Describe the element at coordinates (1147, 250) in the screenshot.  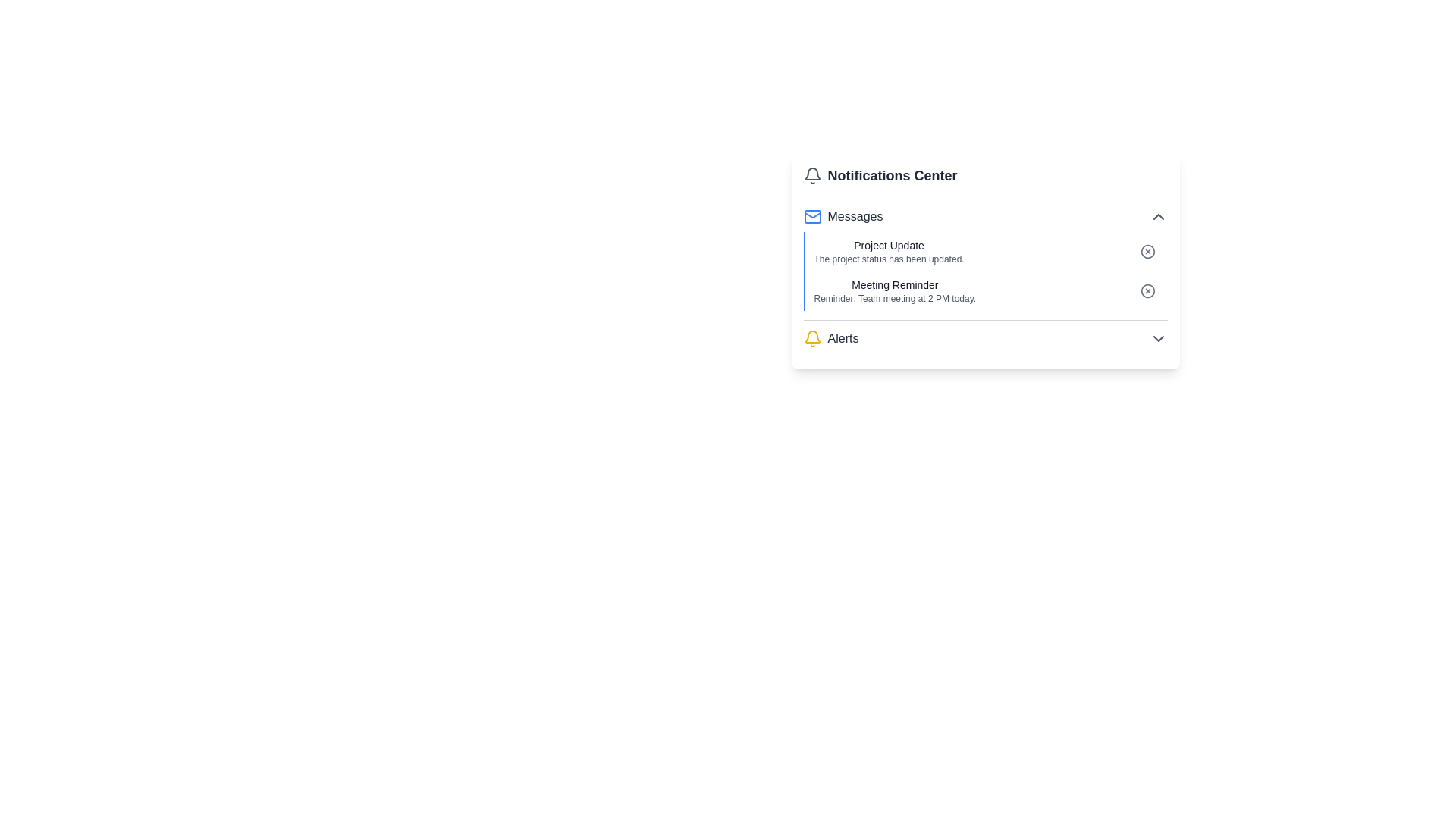
I see `the dismiss button located on the right side of the 'Project Update' notification in the 'Notifications Center'` at that location.